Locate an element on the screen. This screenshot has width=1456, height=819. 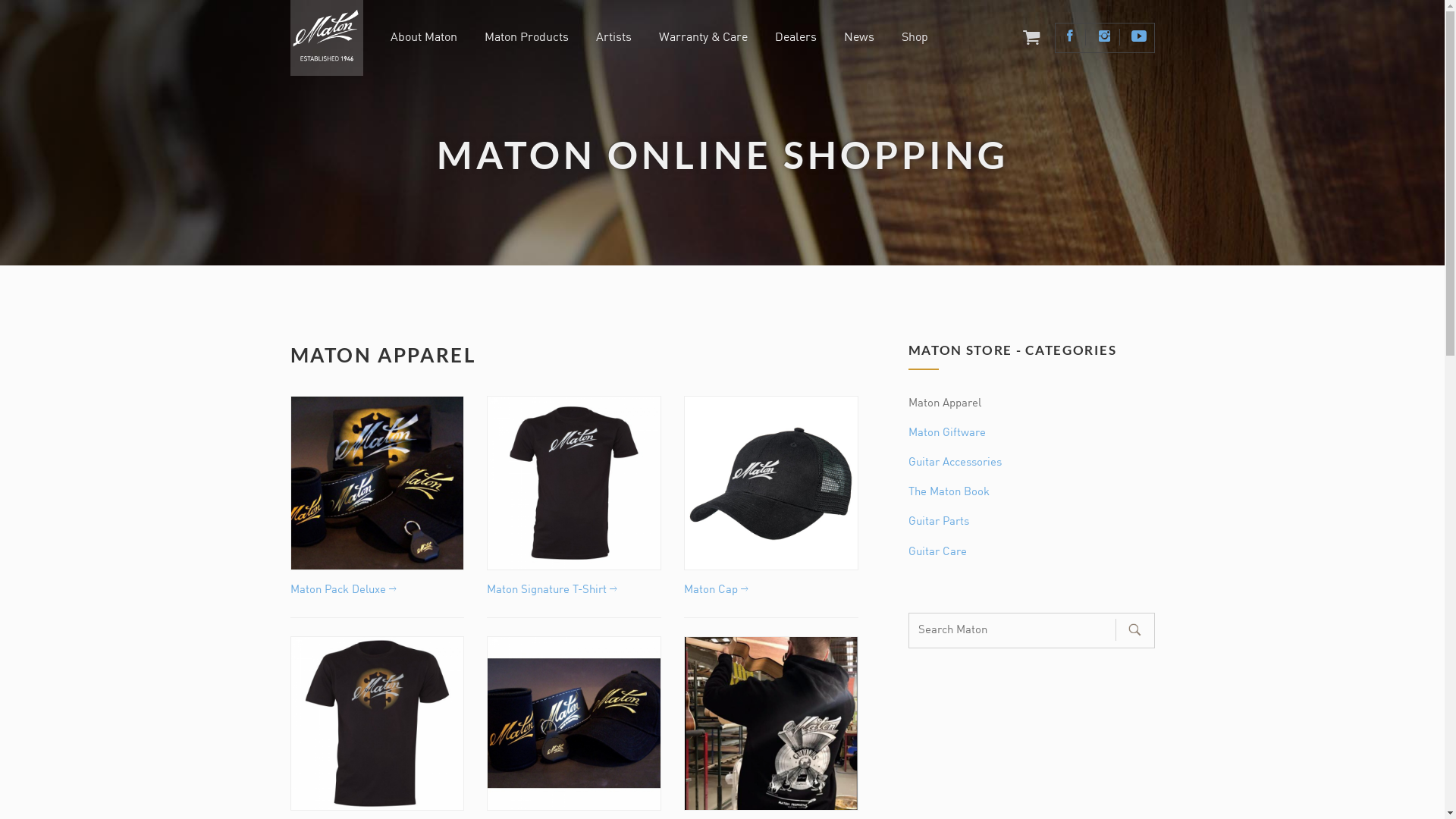
'Shop' is located at coordinates (902, 38).